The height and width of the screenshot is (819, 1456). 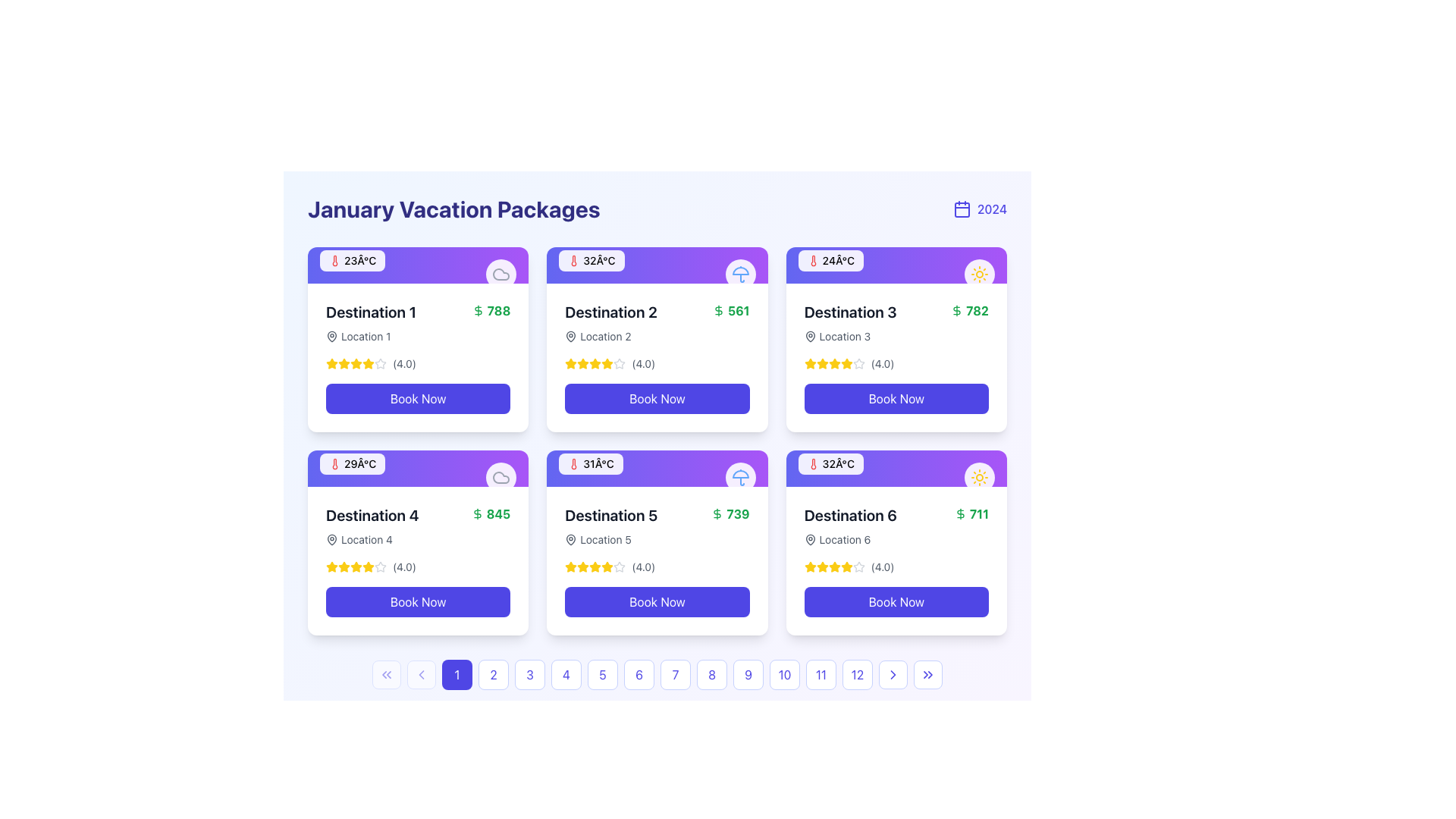 I want to click on the purple 'Book Now' button with bold white text located at the bottom of the 'Destination 5' card to initiate the booking, so click(x=657, y=601).